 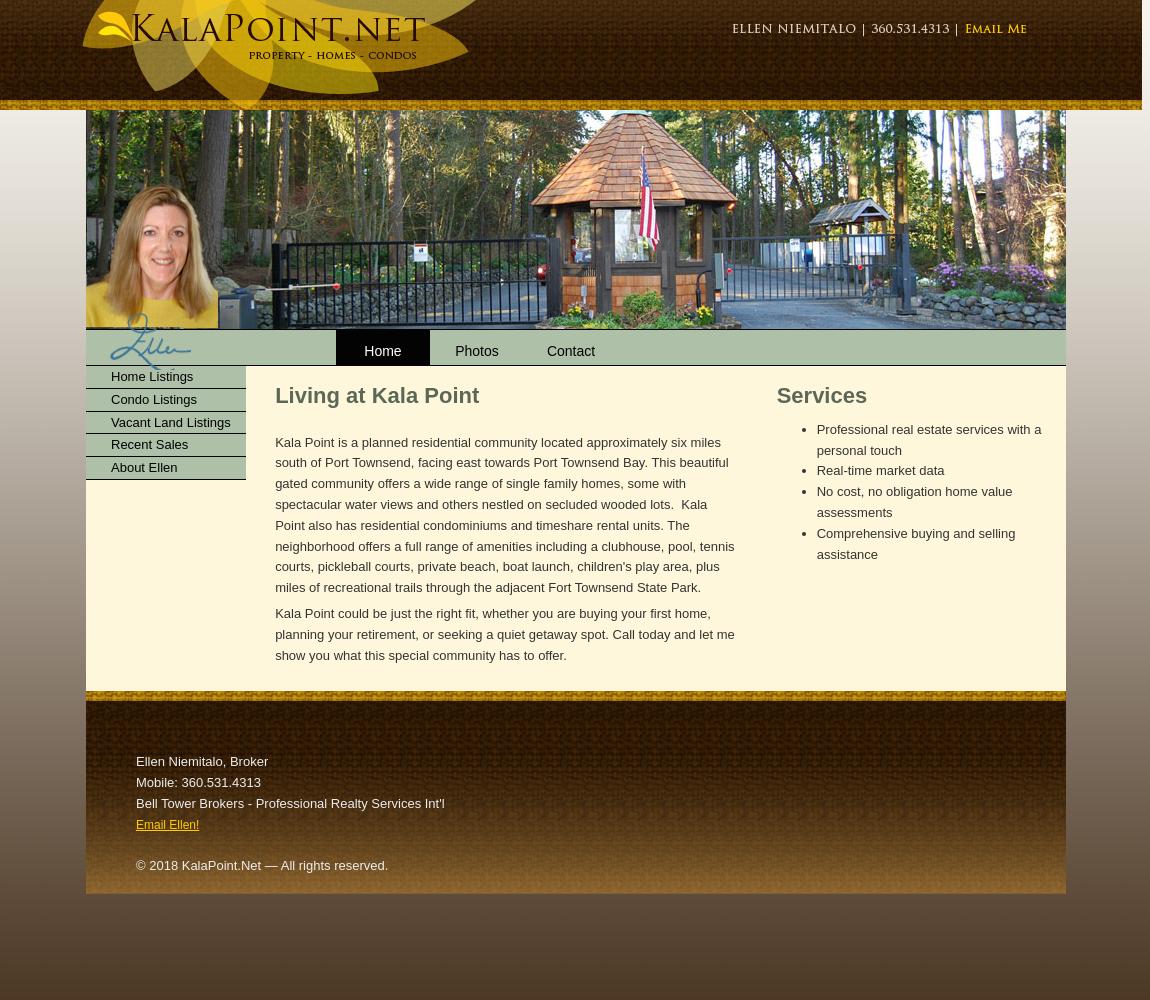 I want to click on 'Bell Tower Brokers - Professional Realty Services Int'l', so click(x=290, y=802).